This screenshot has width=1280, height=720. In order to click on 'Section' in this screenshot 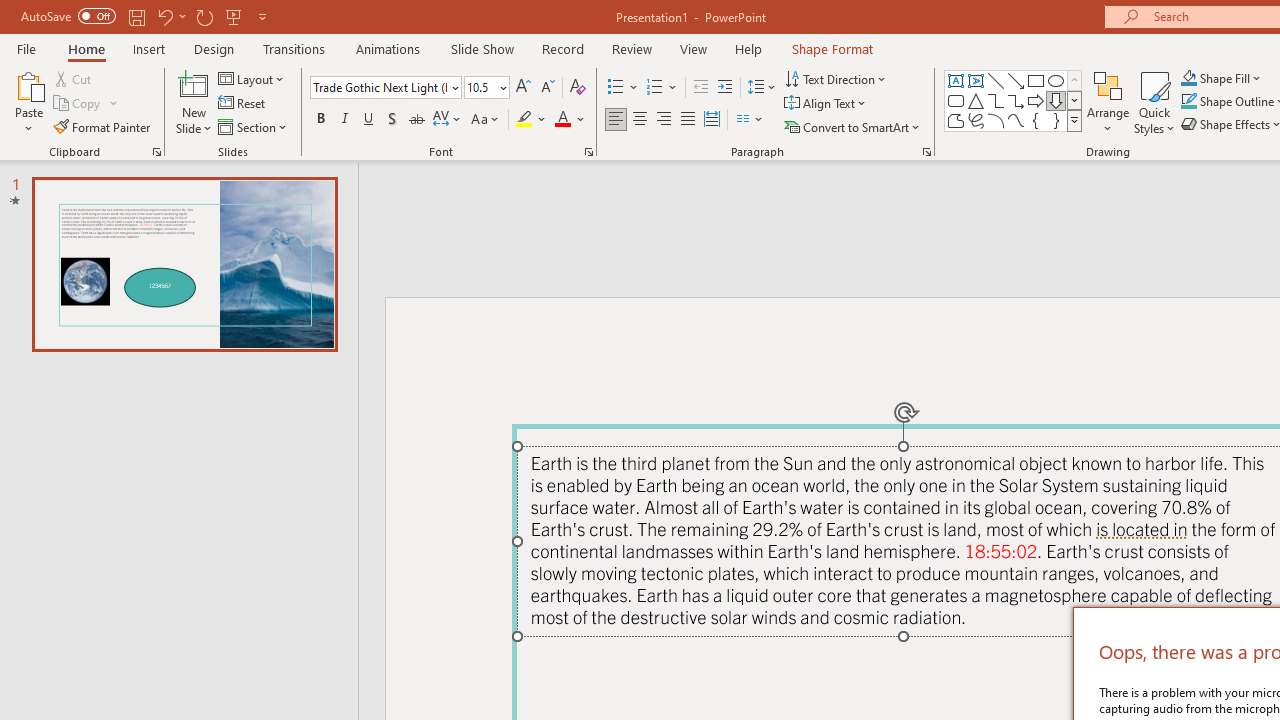, I will do `click(253, 127)`.